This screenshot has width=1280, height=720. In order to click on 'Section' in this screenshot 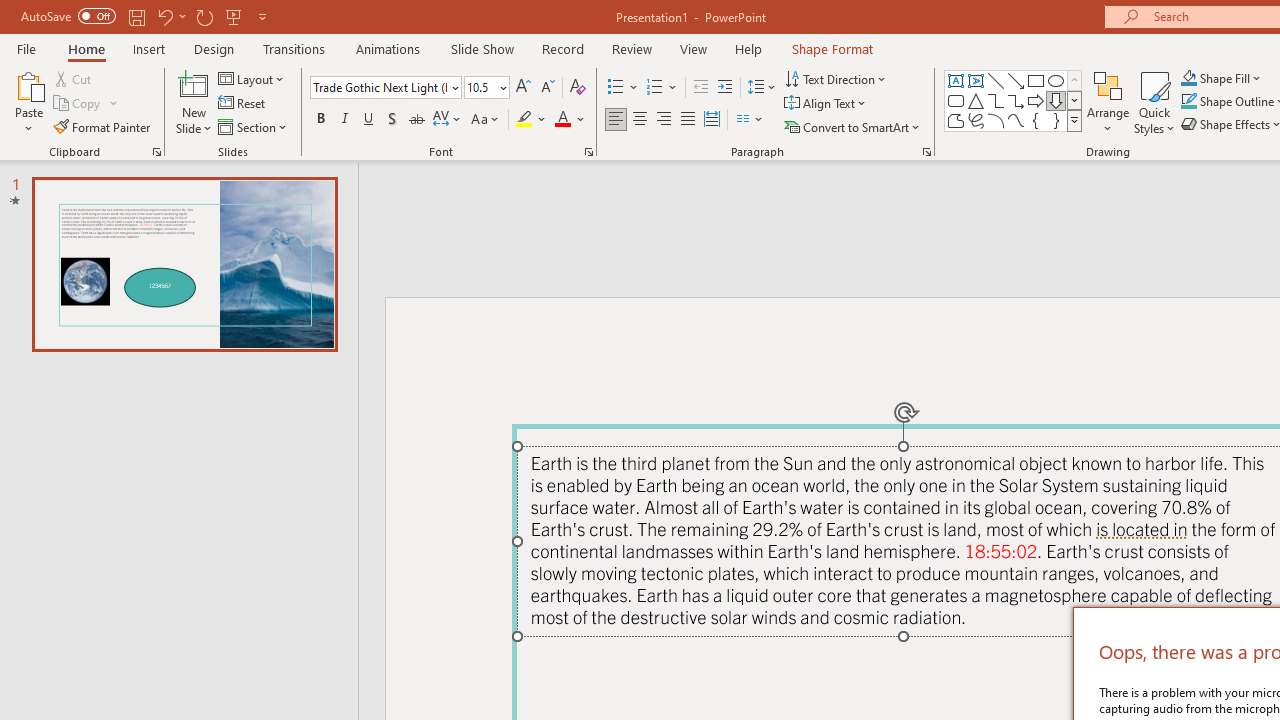, I will do `click(253, 127)`.